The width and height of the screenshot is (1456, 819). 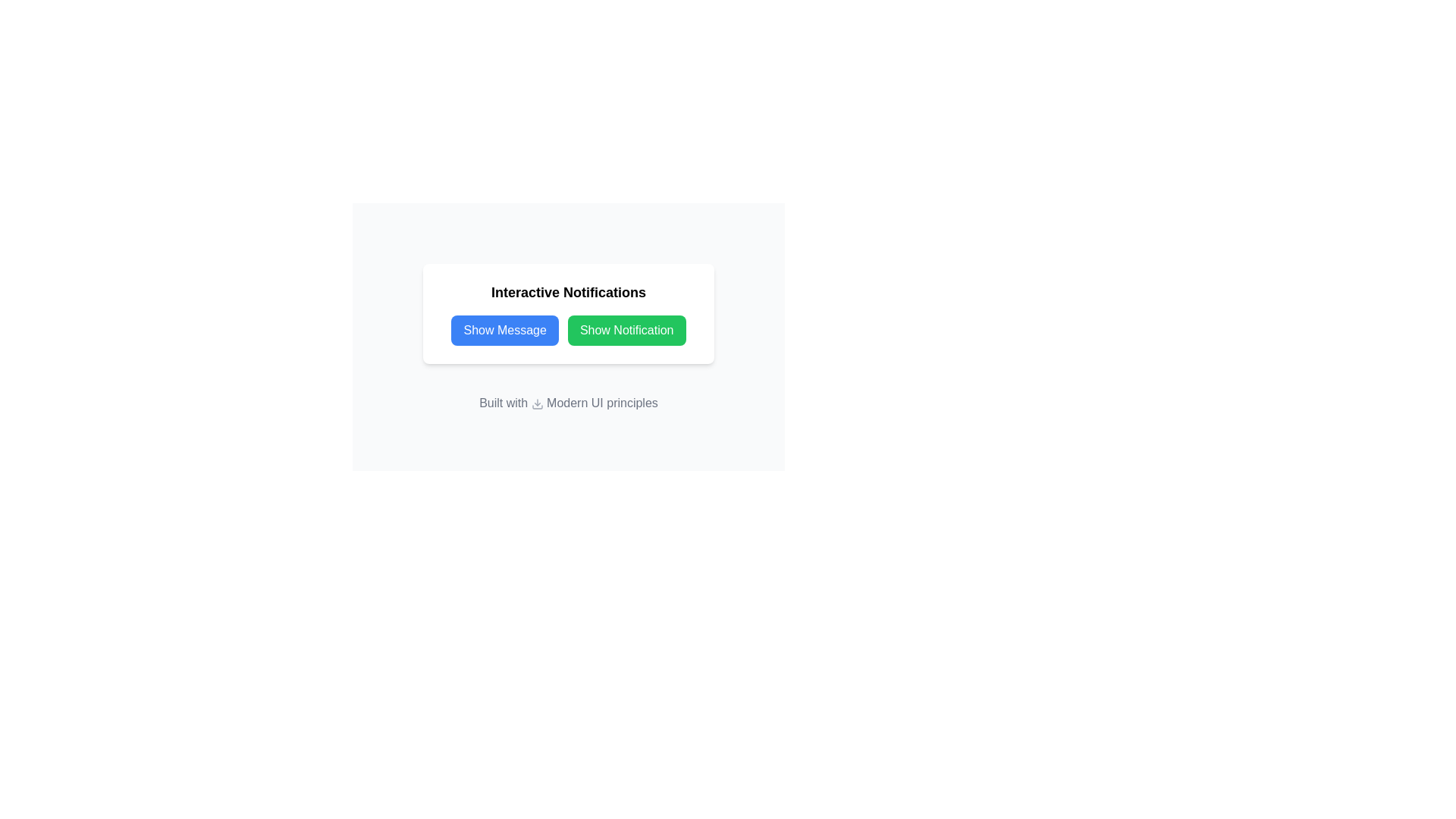 I want to click on the small download icon, which is a minimalistic gray arrow pointing downward, located to the left of the text 'Built with Modern UI principles', so click(x=537, y=403).